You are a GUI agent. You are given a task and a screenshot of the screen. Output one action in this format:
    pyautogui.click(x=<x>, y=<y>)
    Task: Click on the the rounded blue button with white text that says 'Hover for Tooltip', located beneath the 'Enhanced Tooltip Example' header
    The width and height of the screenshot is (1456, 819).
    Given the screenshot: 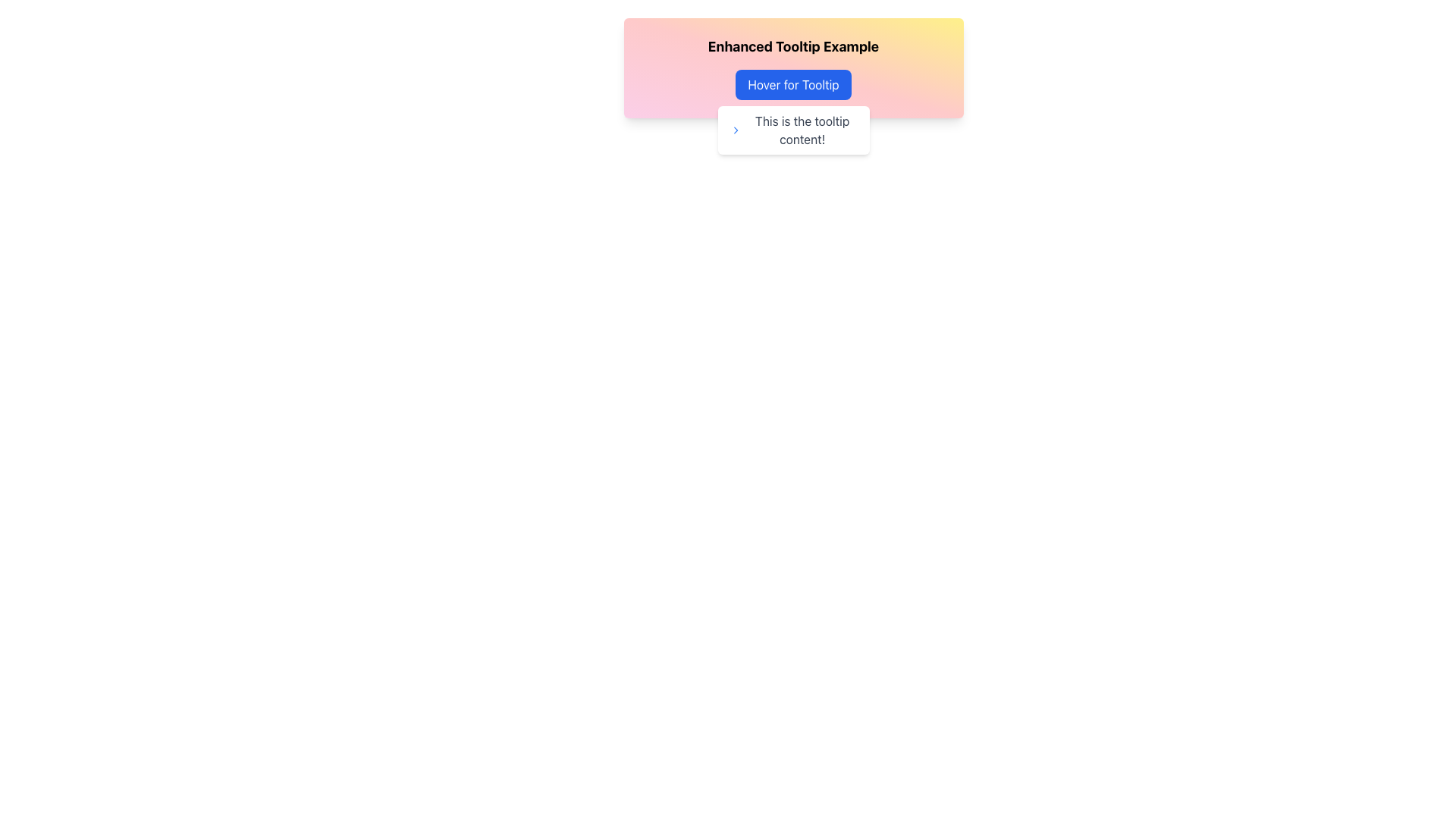 What is the action you would take?
    pyautogui.click(x=792, y=84)
    